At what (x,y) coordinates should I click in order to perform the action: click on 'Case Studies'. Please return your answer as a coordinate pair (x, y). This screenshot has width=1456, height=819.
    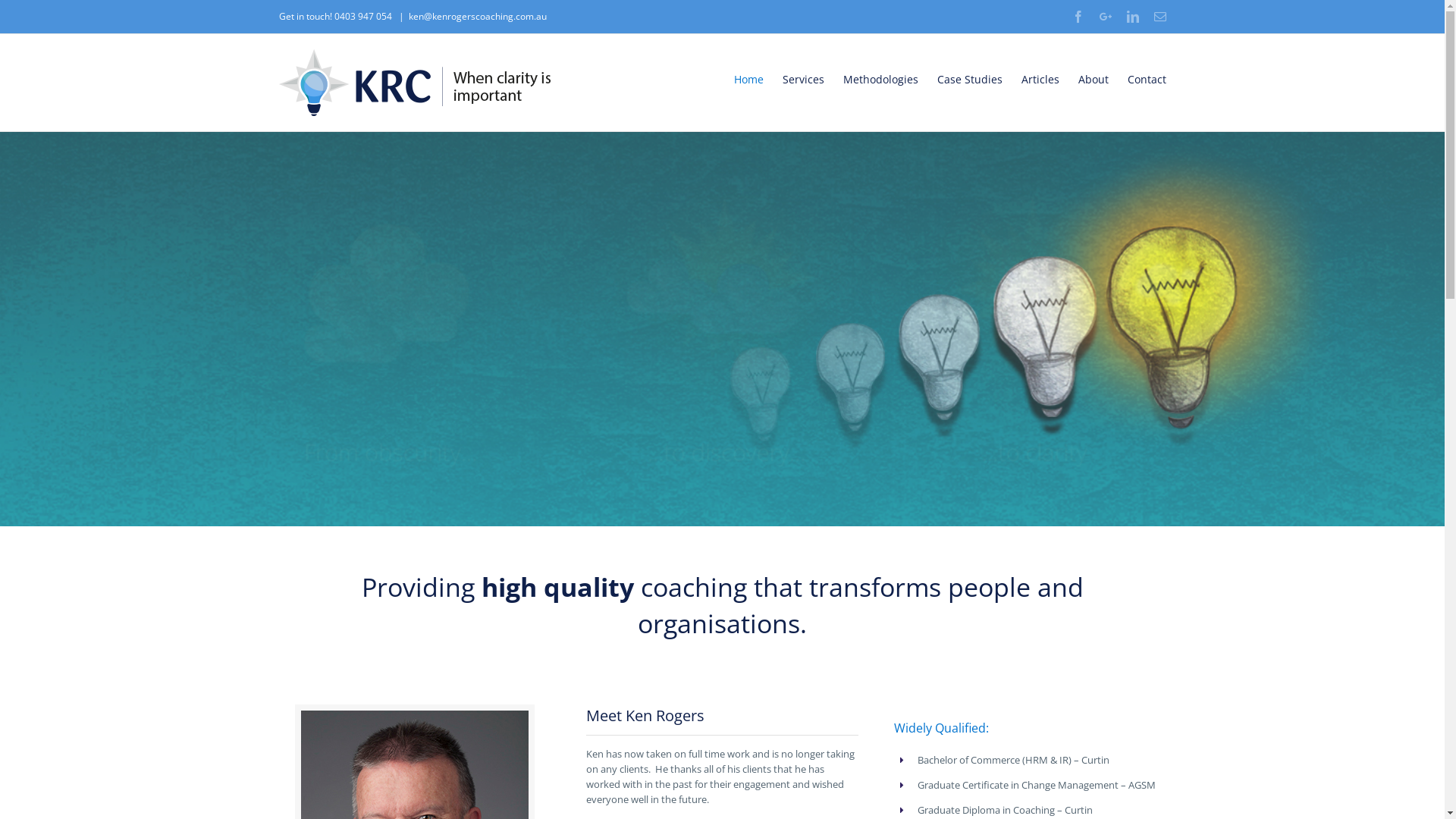
    Looking at the image, I should click on (968, 79).